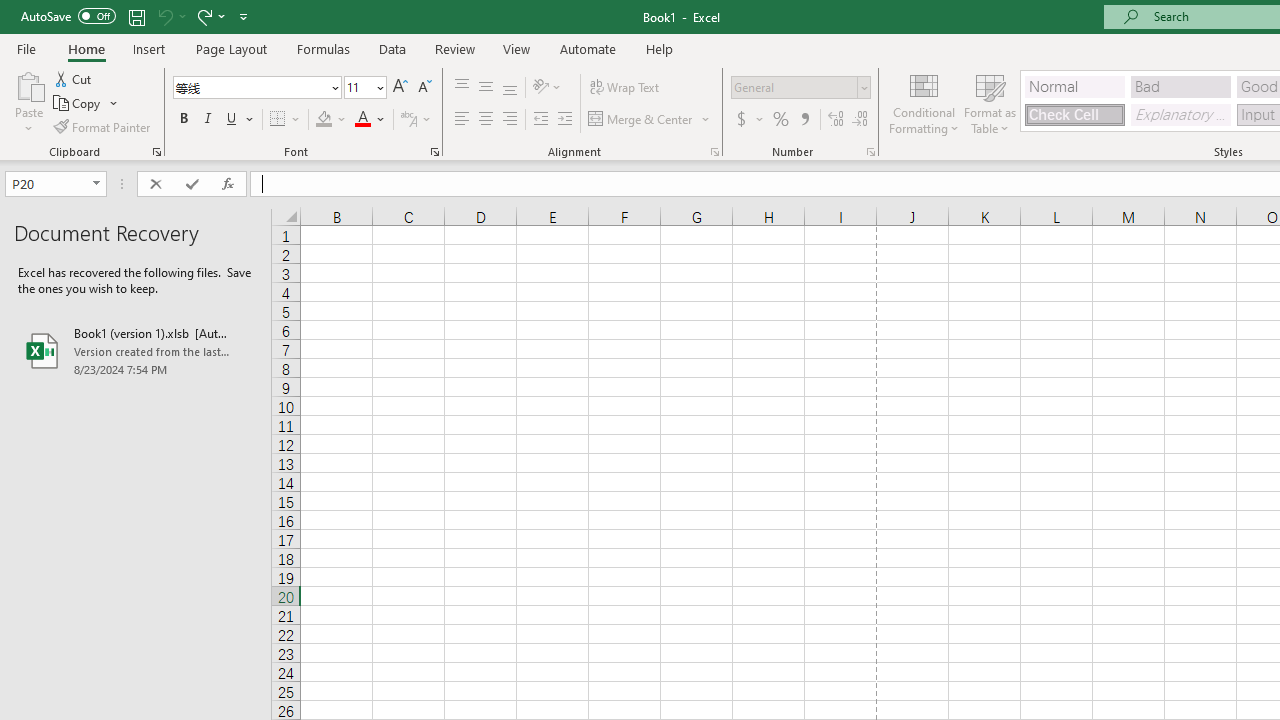  What do you see at coordinates (923, 103) in the screenshot?
I see `'Conditional Formatting'` at bounding box center [923, 103].